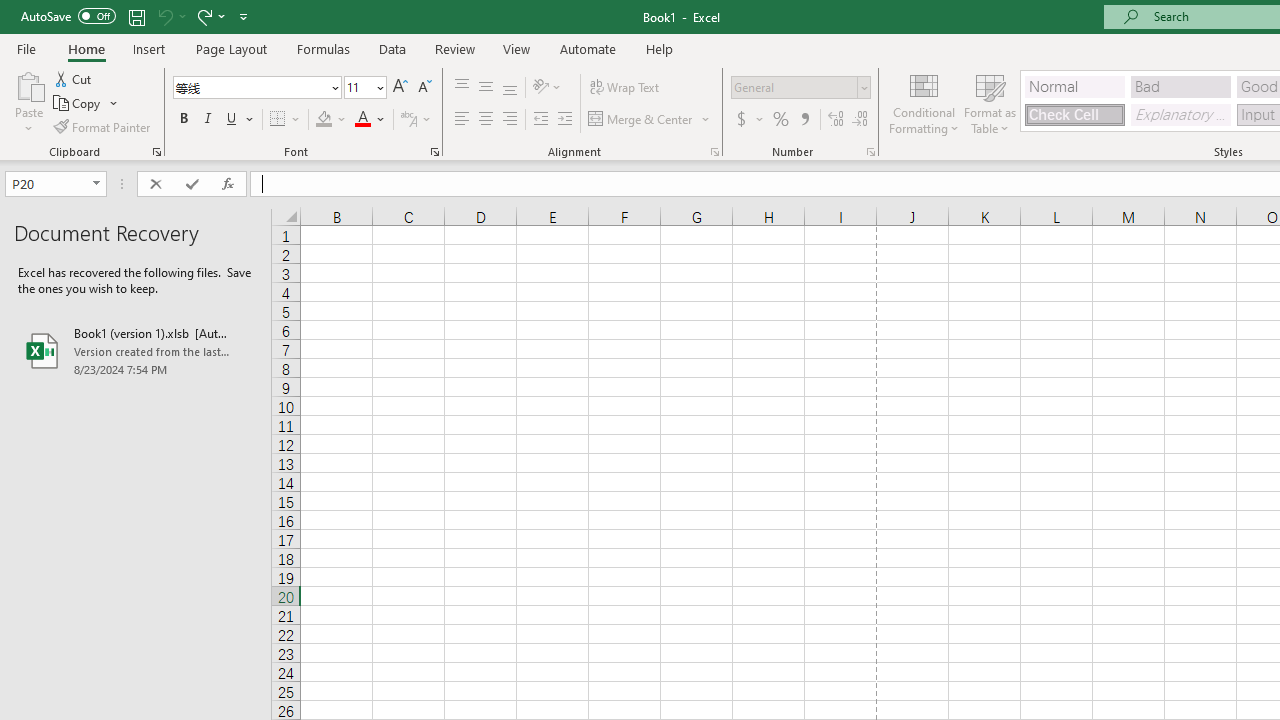  What do you see at coordinates (923, 103) in the screenshot?
I see `'Conditional Formatting'` at bounding box center [923, 103].